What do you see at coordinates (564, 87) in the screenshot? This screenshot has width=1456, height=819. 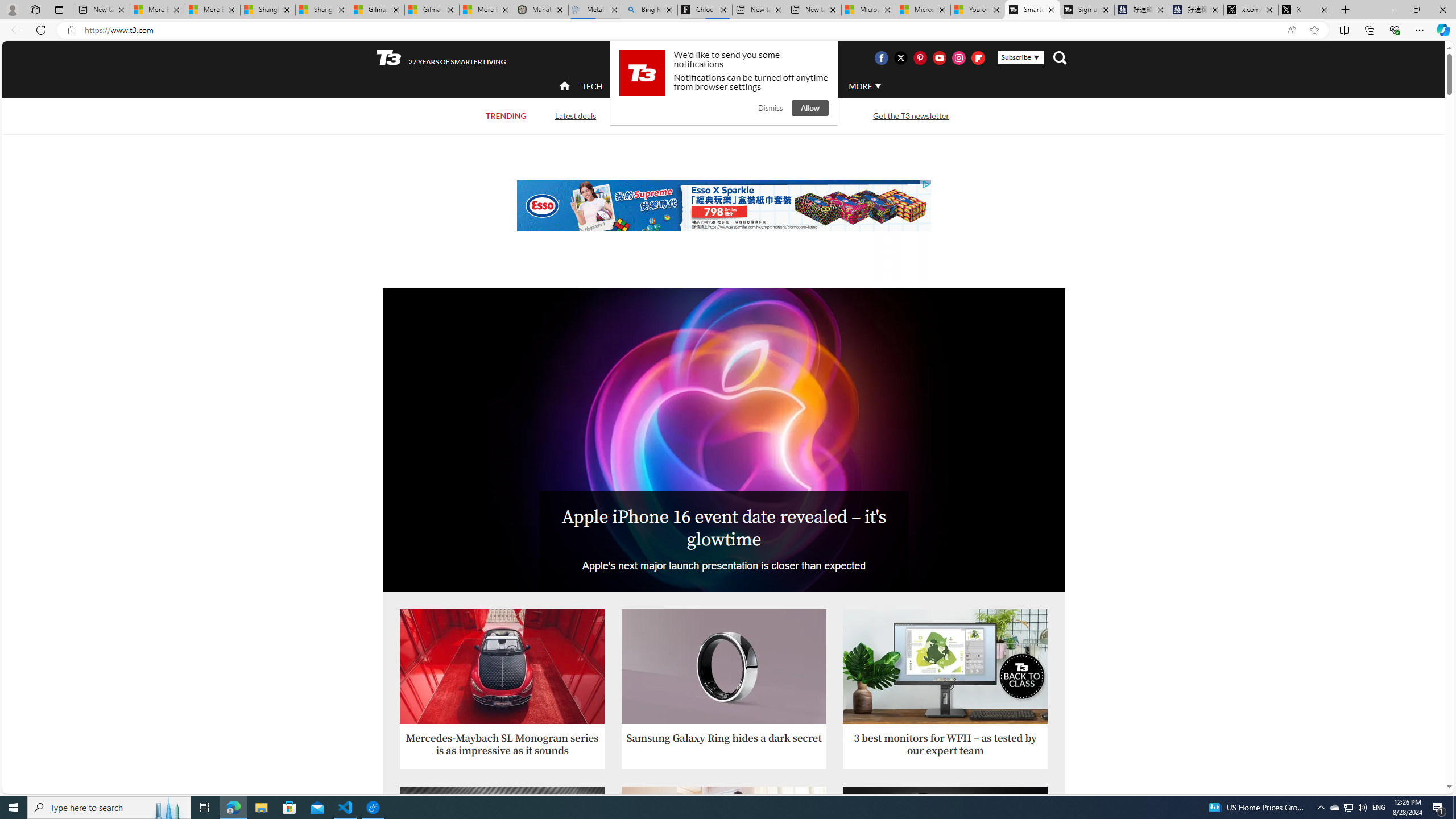 I see `'home'` at bounding box center [564, 87].